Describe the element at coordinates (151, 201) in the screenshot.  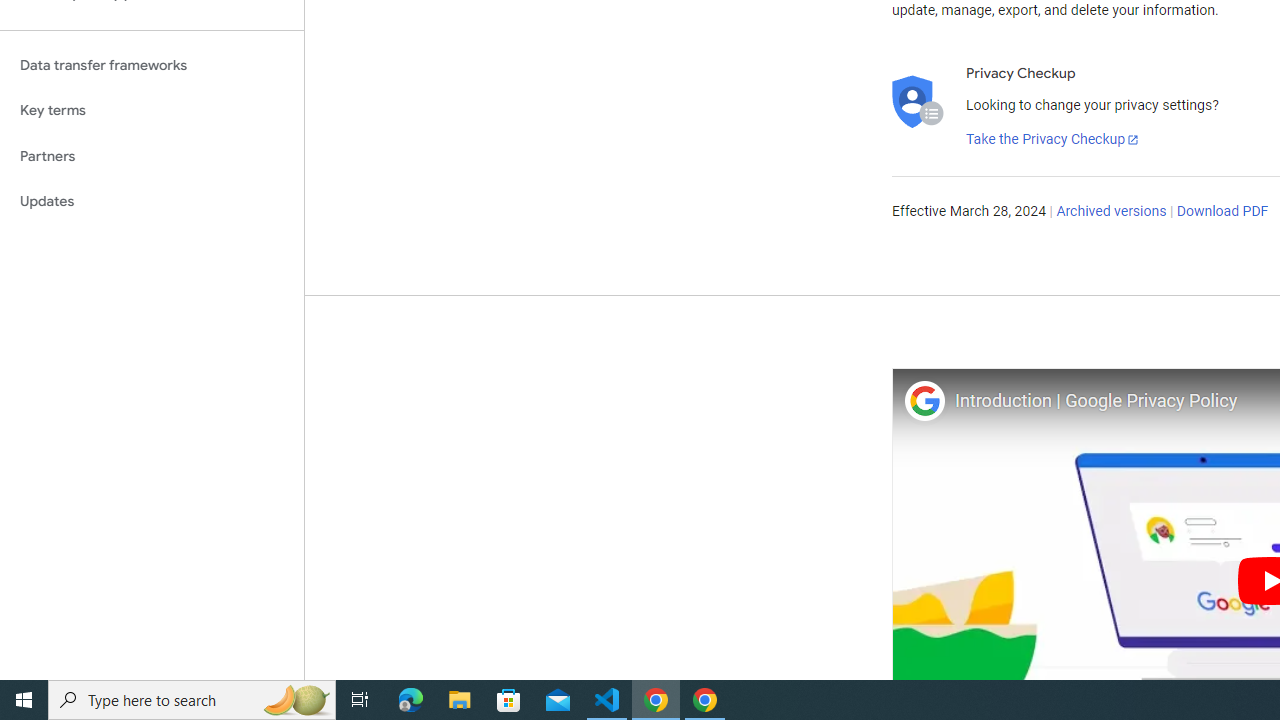
I see `'Updates'` at that location.